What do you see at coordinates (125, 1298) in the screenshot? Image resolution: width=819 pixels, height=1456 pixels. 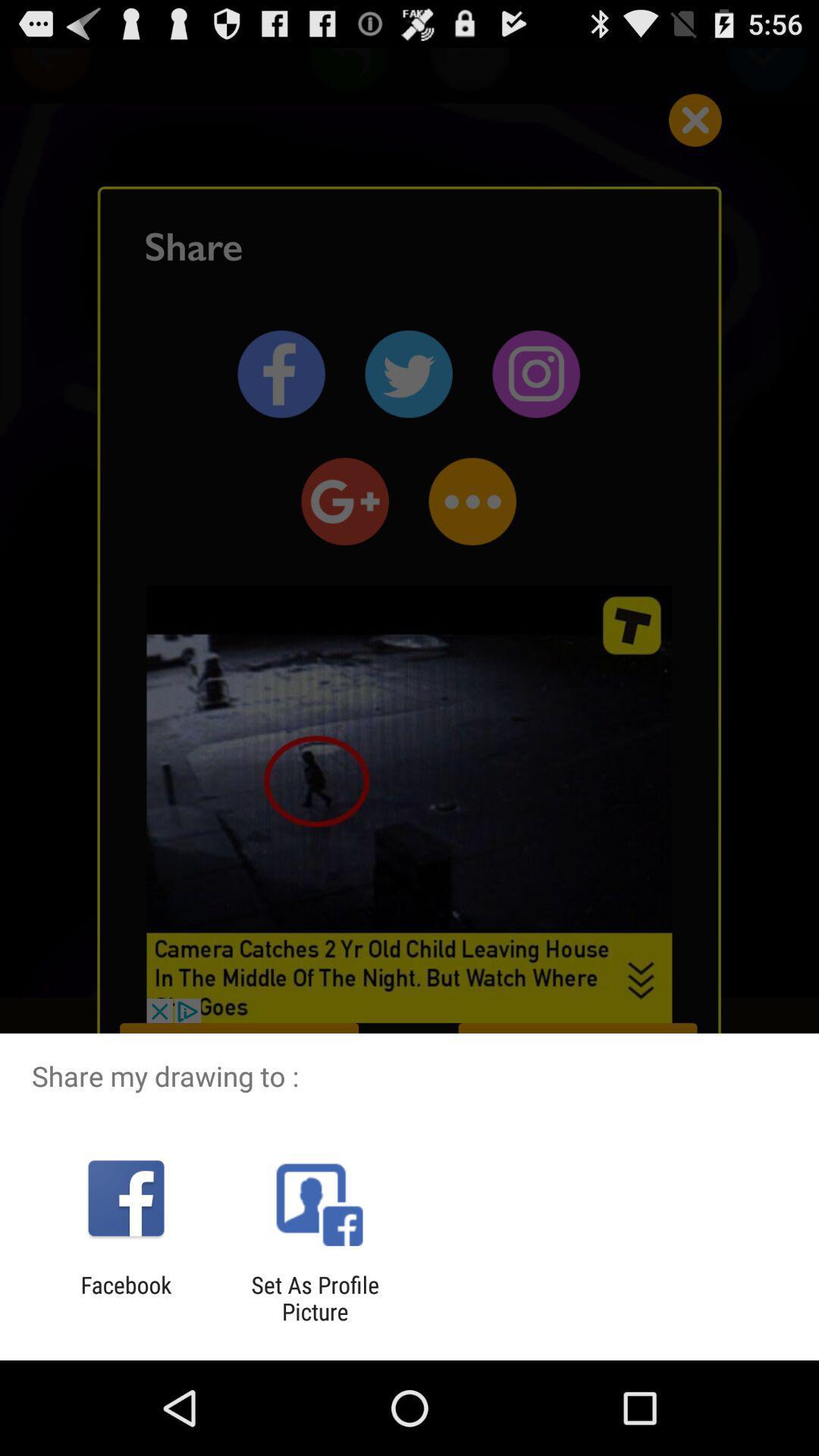 I see `the app to the left of the set as profile item` at bounding box center [125, 1298].